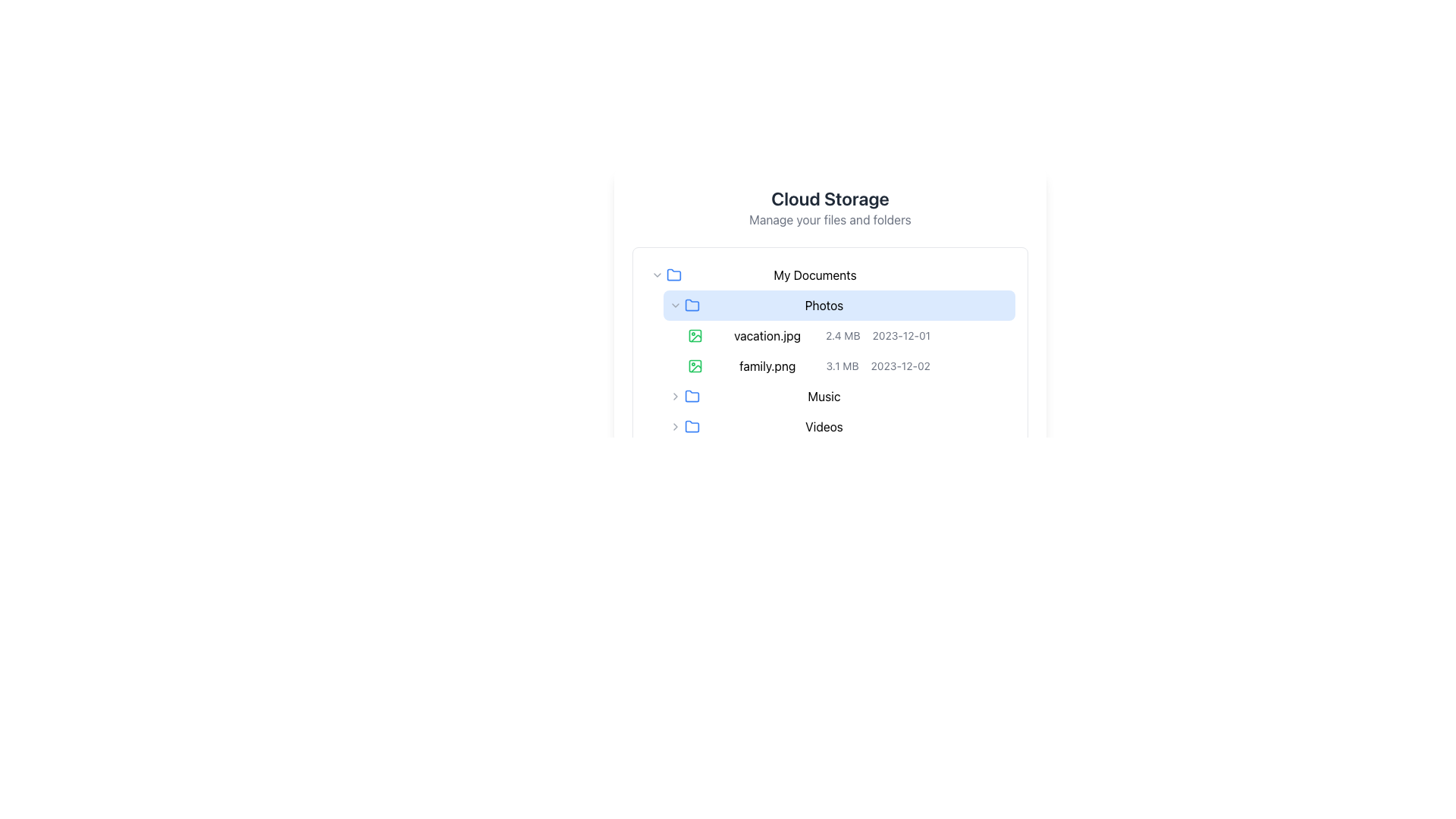  I want to click on the topmost Expandable Folder Item under 'Cloud Storage', so click(829, 275).